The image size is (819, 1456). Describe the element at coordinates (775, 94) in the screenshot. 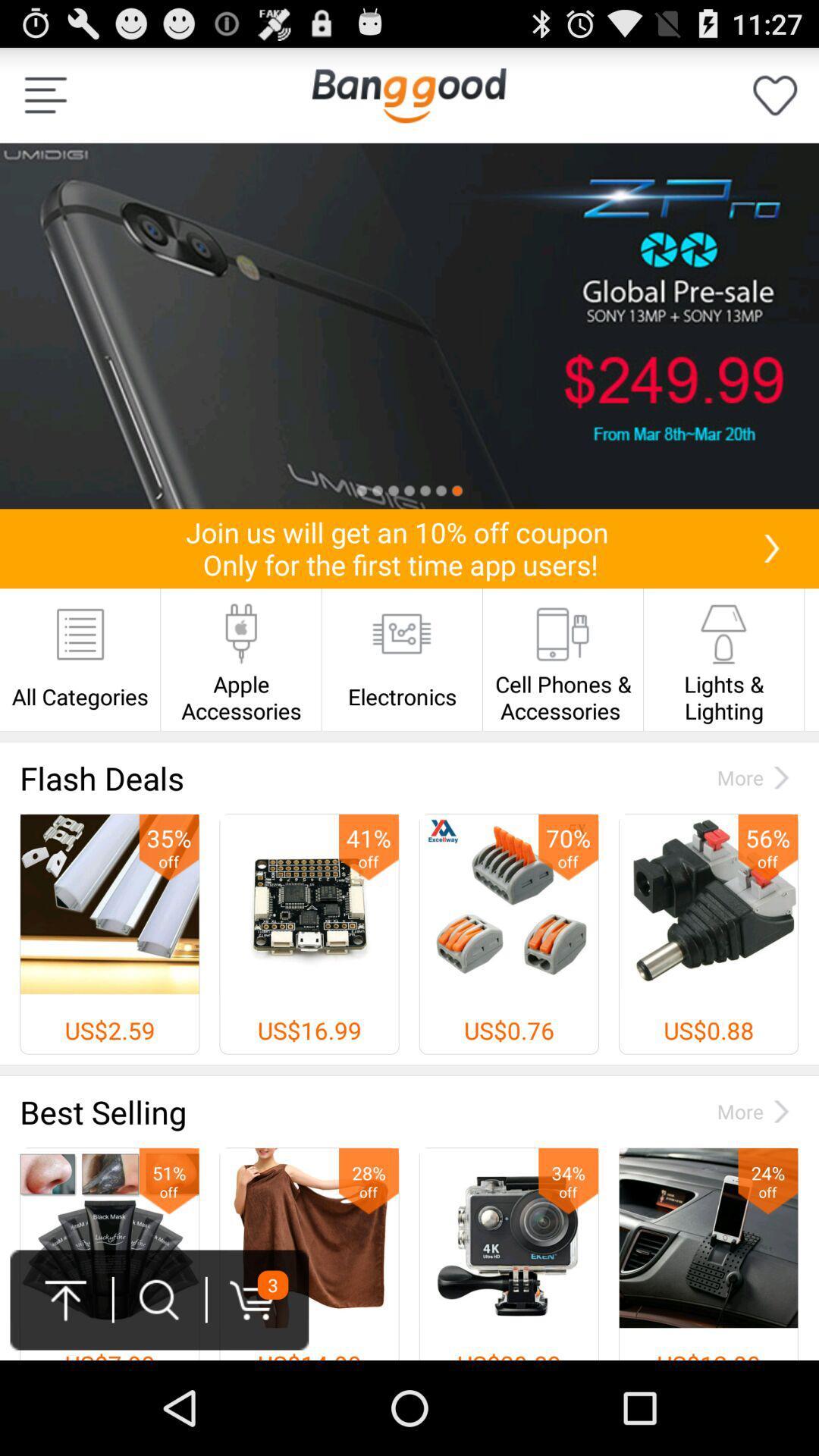

I see `as favorite` at that location.